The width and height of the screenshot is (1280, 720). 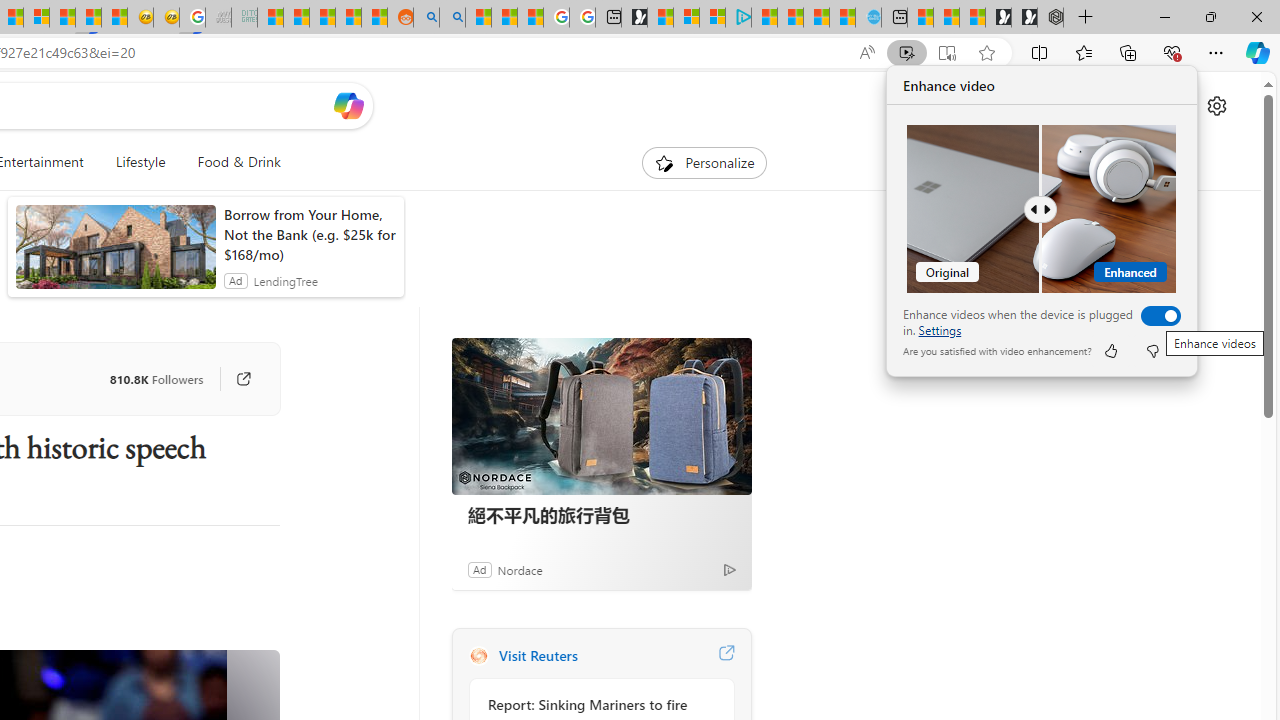 What do you see at coordinates (633, 17) in the screenshot?
I see `'Microsoft Start Gaming'` at bounding box center [633, 17].